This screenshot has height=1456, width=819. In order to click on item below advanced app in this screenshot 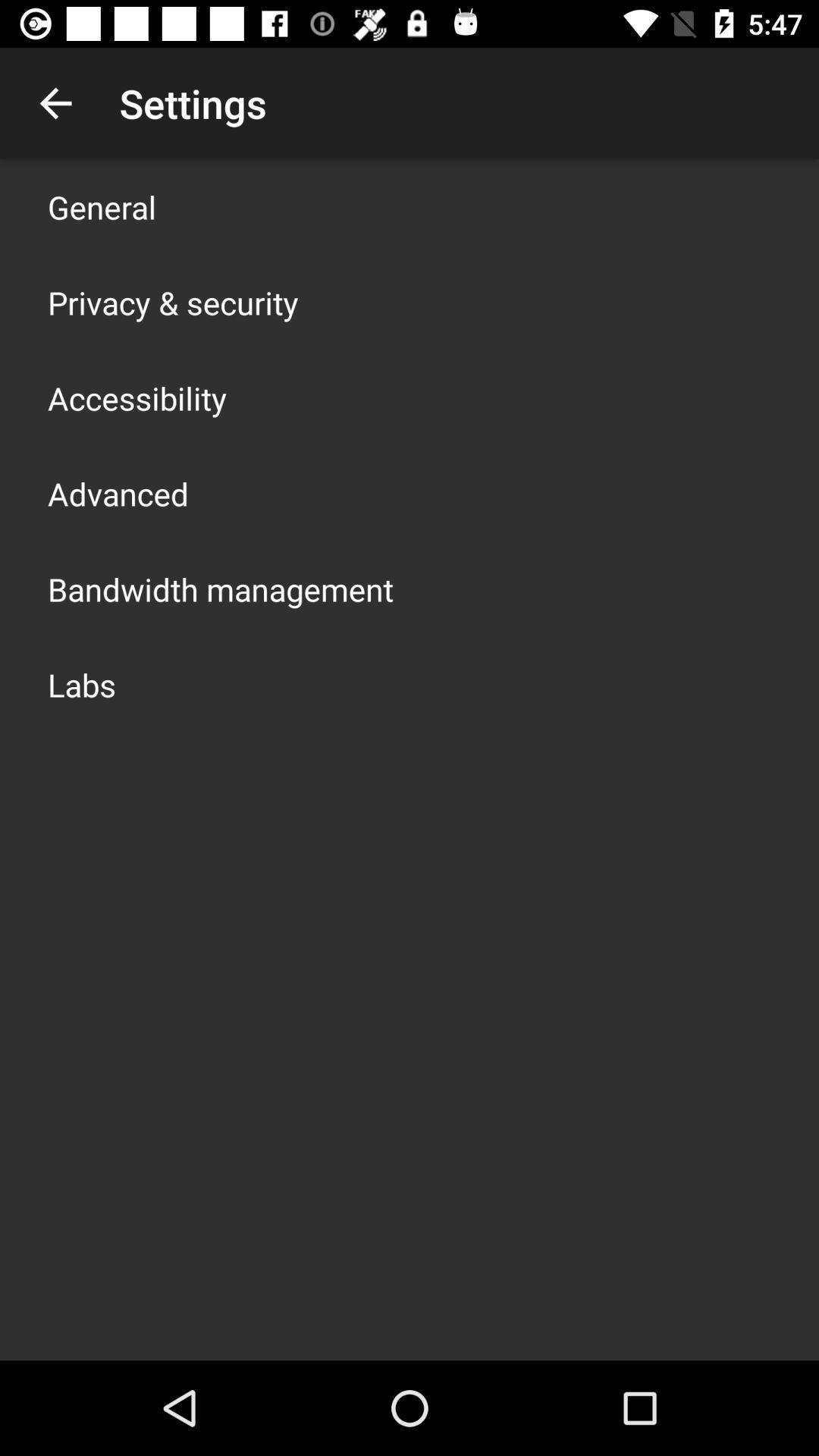, I will do `click(220, 588)`.